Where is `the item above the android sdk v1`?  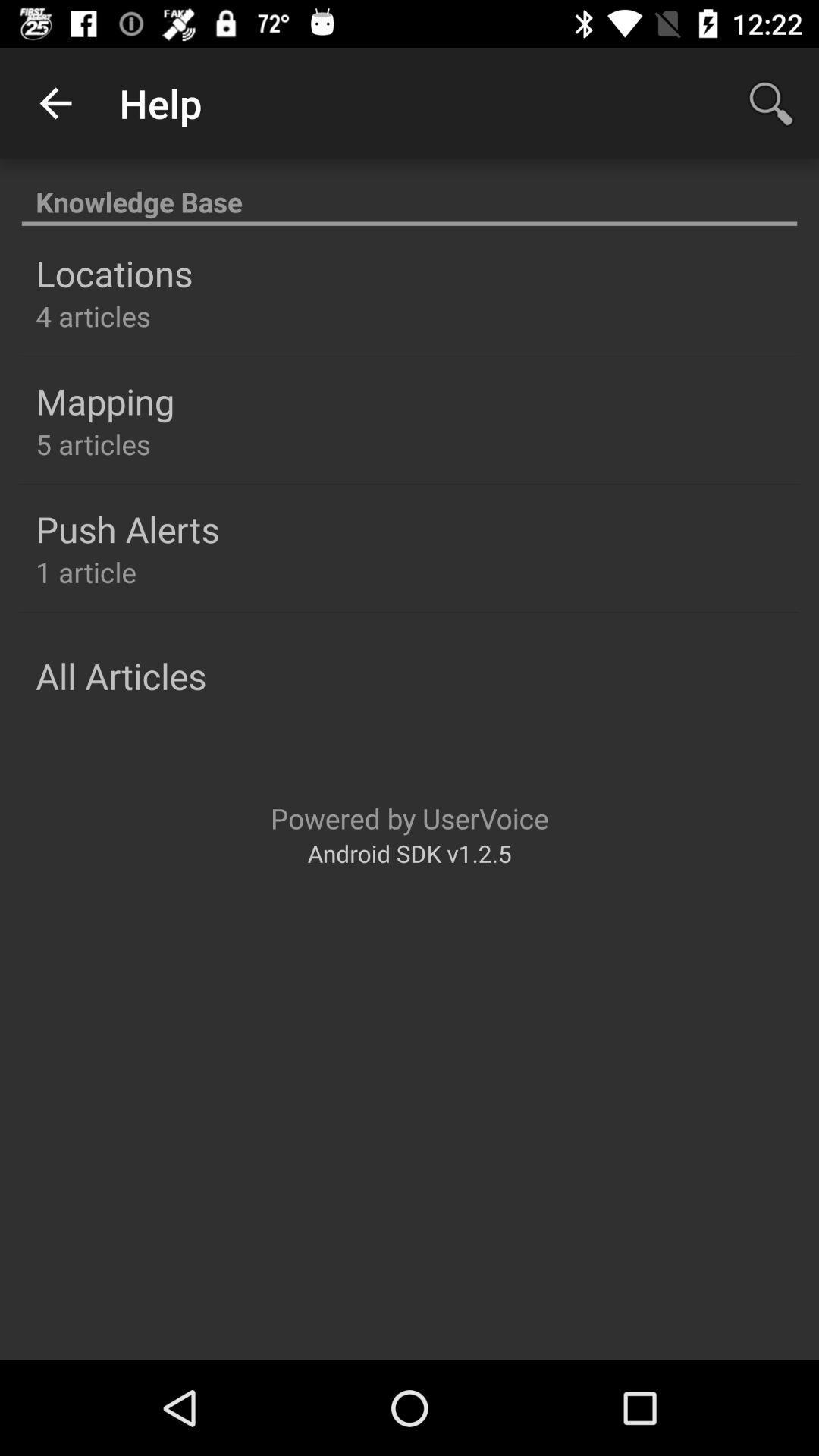 the item above the android sdk v1 is located at coordinates (409, 817).